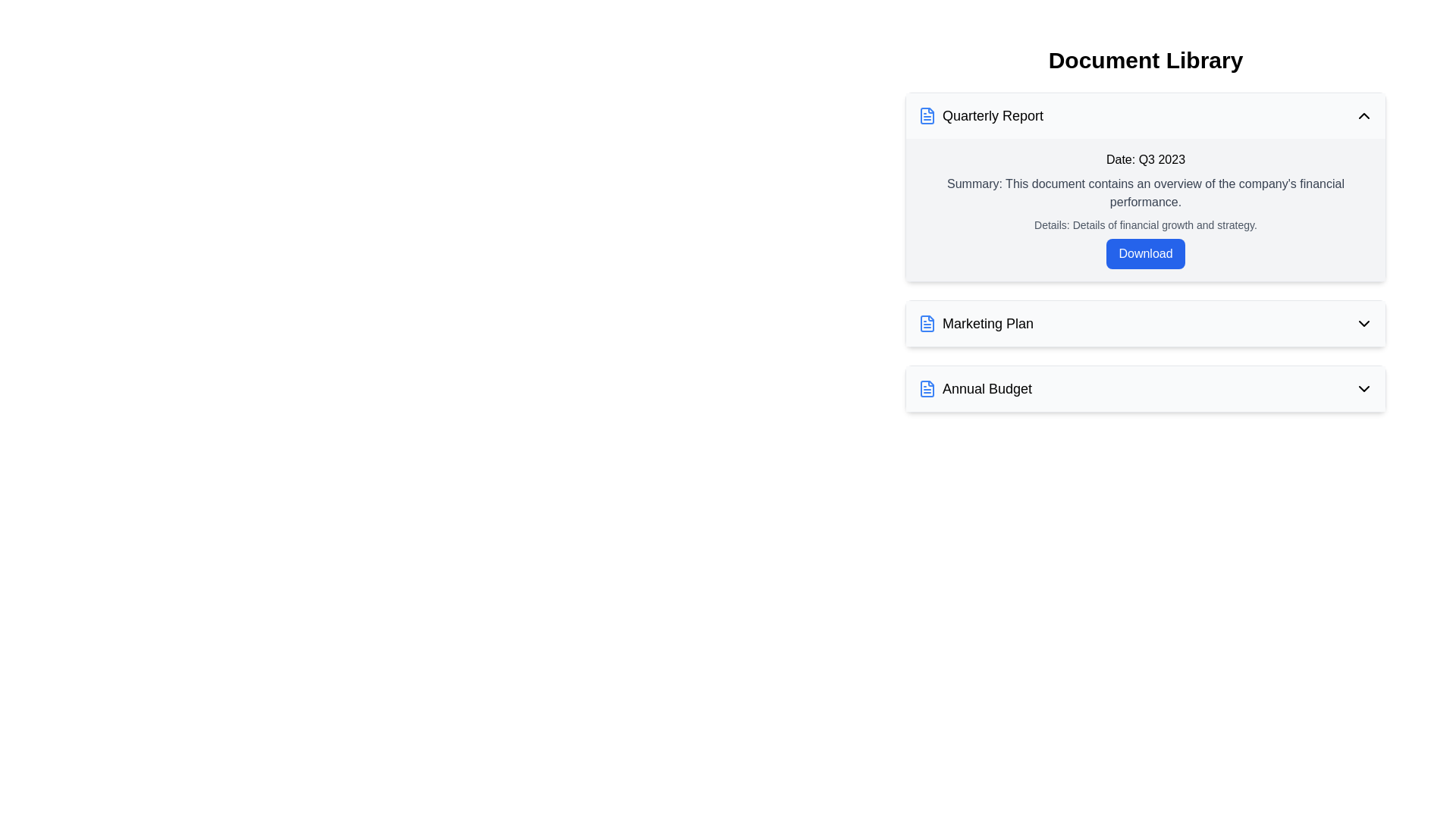 This screenshot has width=1456, height=819. Describe the element at coordinates (1146, 192) in the screenshot. I see `static text element that displays 'Summary: This document contains an overview of the company's financial performance.' located in the 'Quarterly Report' section, specifically positioned beneath 'Date: Q3 2023'` at that location.